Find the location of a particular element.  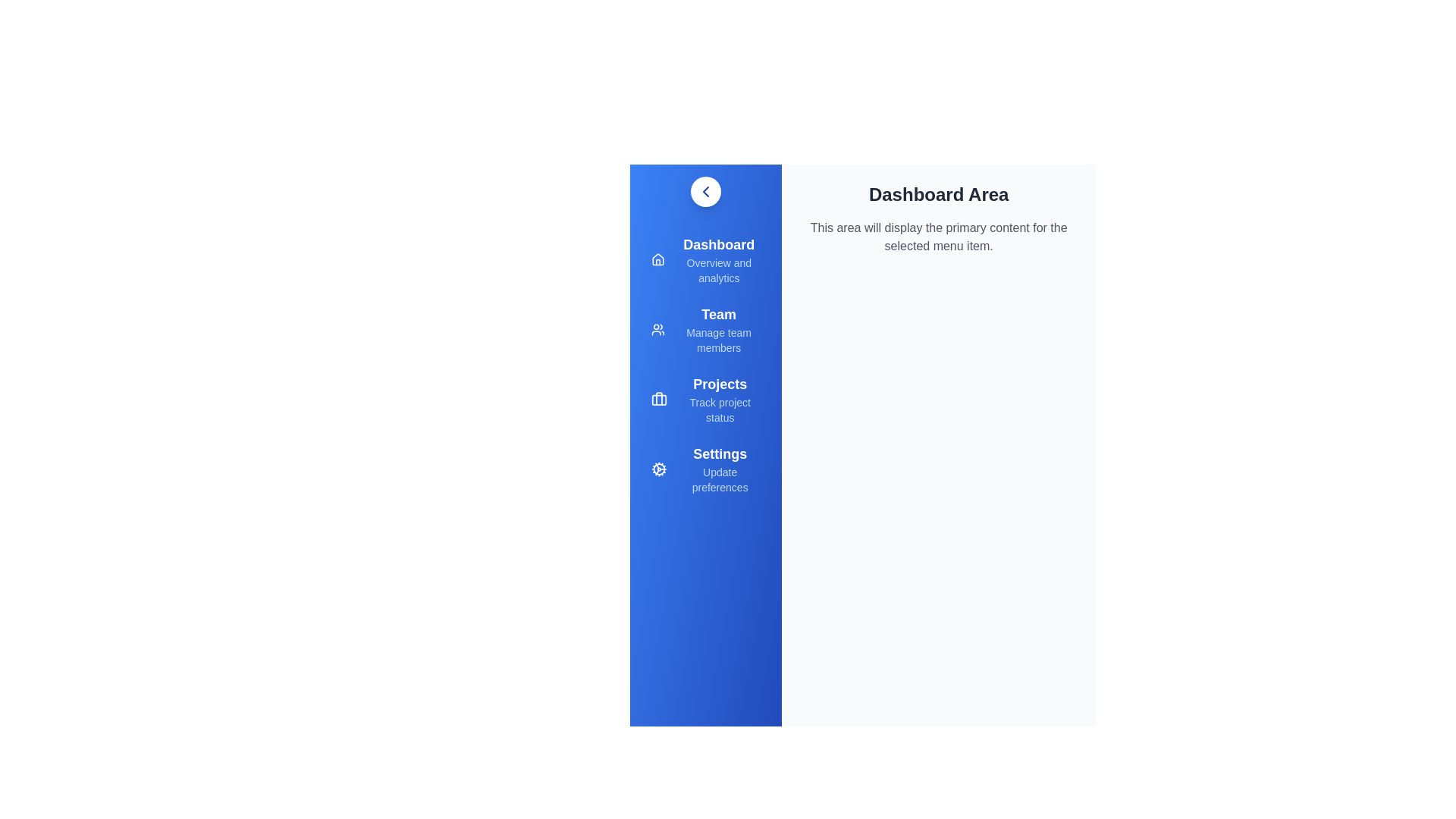

the 'Dashboard Area' to interact with it is located at coordinates (938, 573).